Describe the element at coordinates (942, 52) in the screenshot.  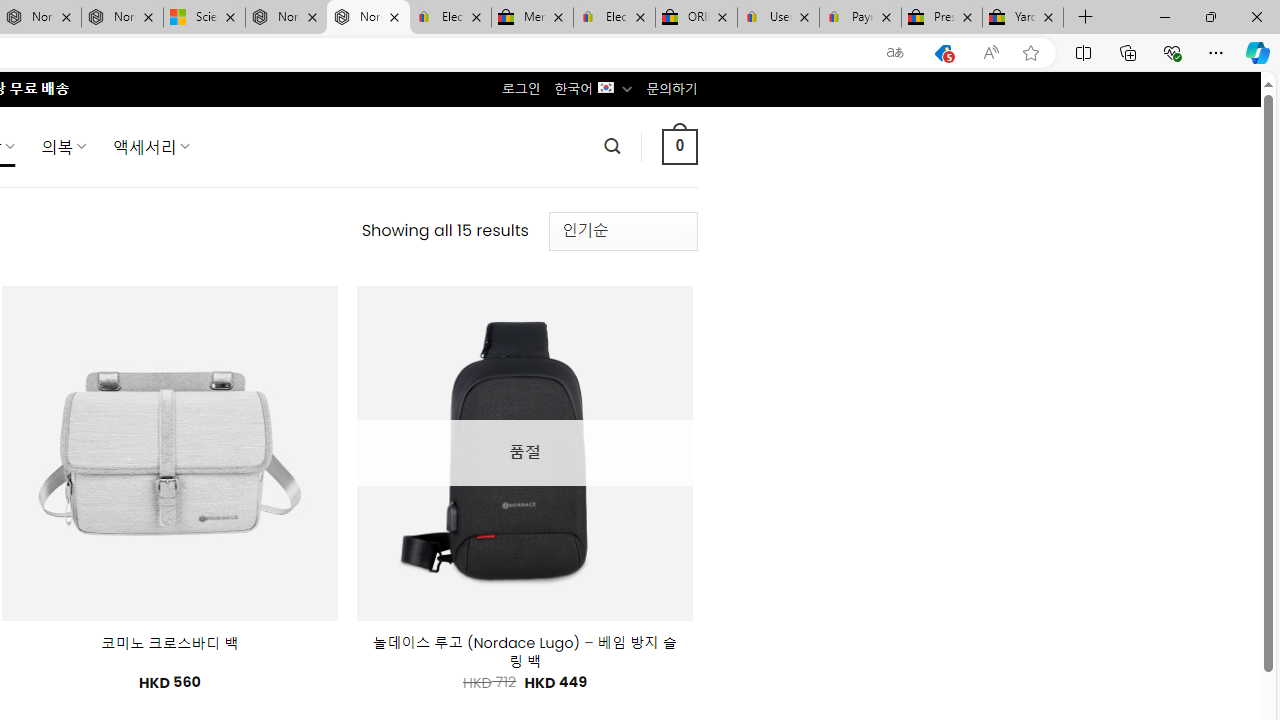
I see `'This site has coupons! Shopping in Microsoft Edge, 5'` at that location.